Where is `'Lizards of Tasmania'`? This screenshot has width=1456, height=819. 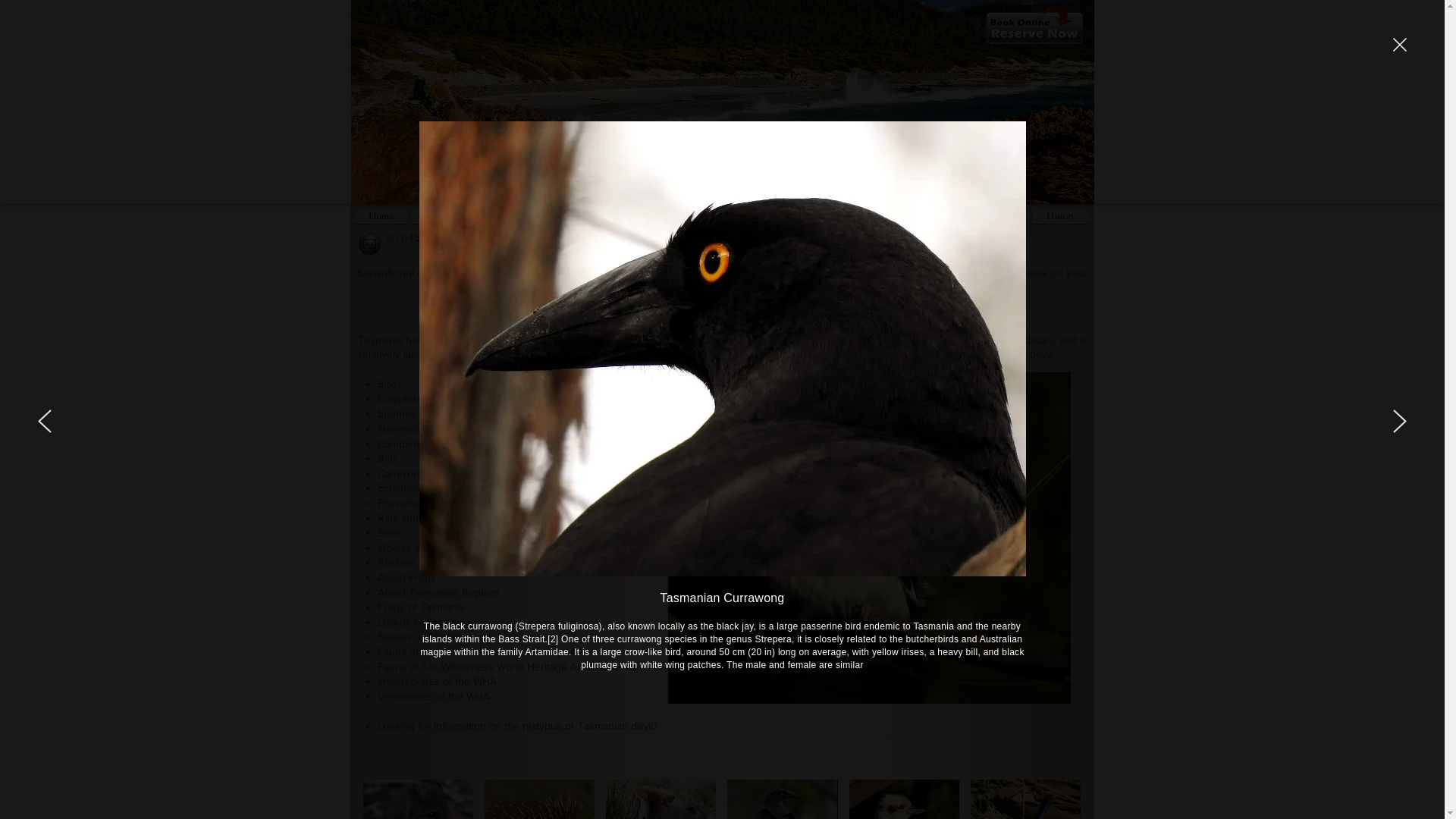
'Lizards of Tasmania' is located at coordinates (378, 622).